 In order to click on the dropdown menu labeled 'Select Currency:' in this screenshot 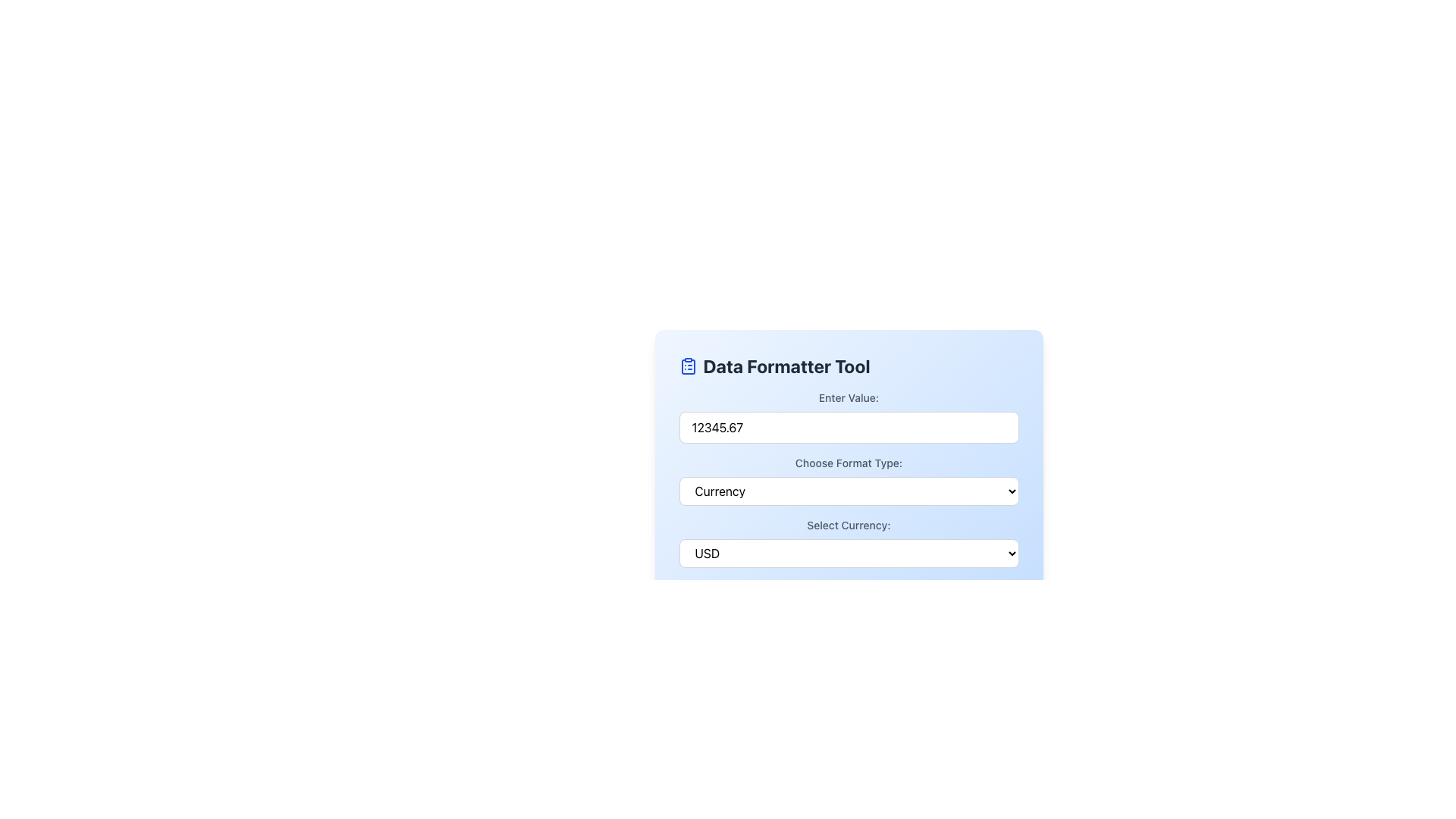, I will do `click(848, 542)`.